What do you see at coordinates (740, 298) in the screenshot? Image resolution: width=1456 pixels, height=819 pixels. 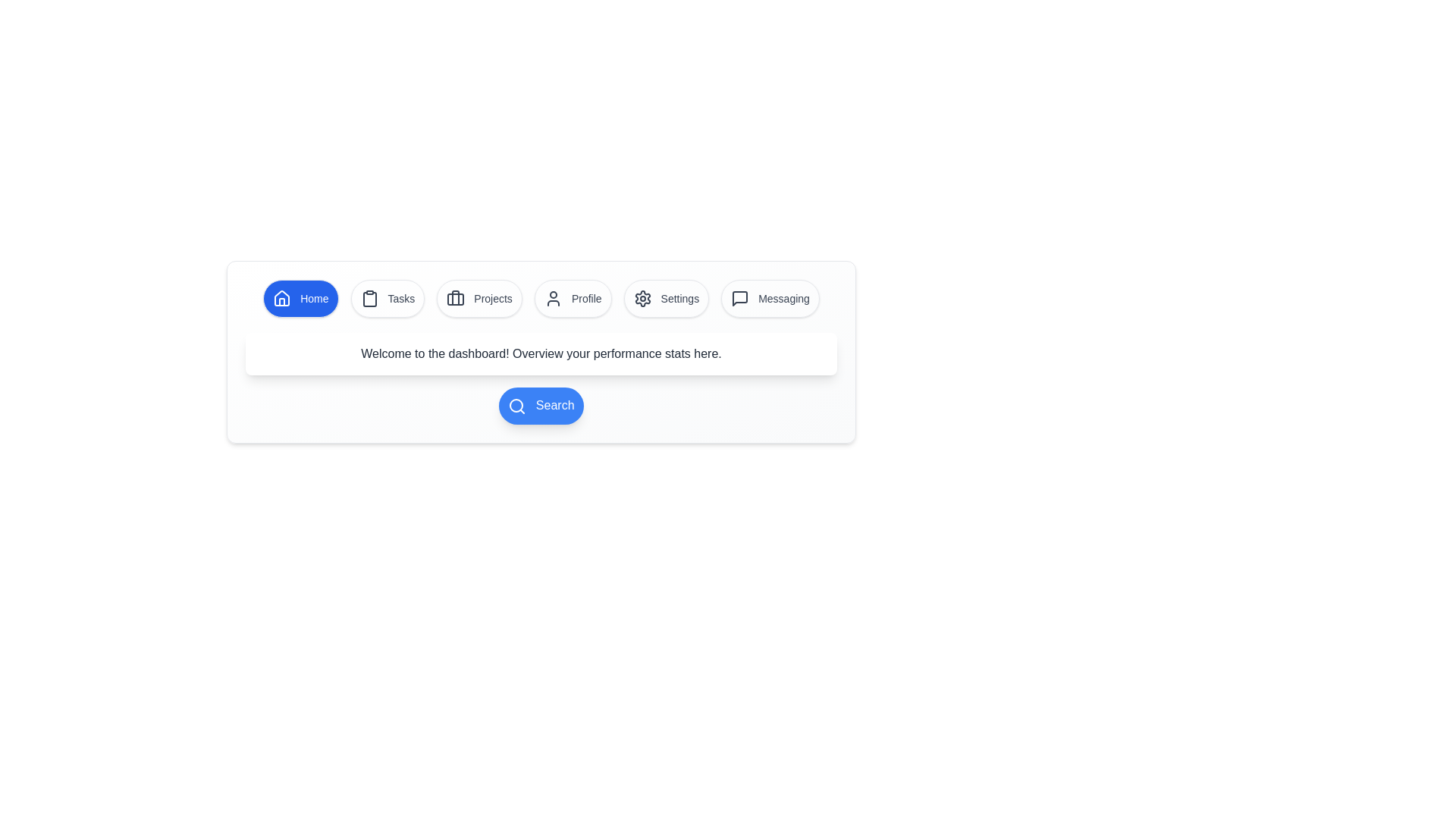 I see `the chat bubble icon located at the far right of the navigation bar` at bounding box center [740, 298].